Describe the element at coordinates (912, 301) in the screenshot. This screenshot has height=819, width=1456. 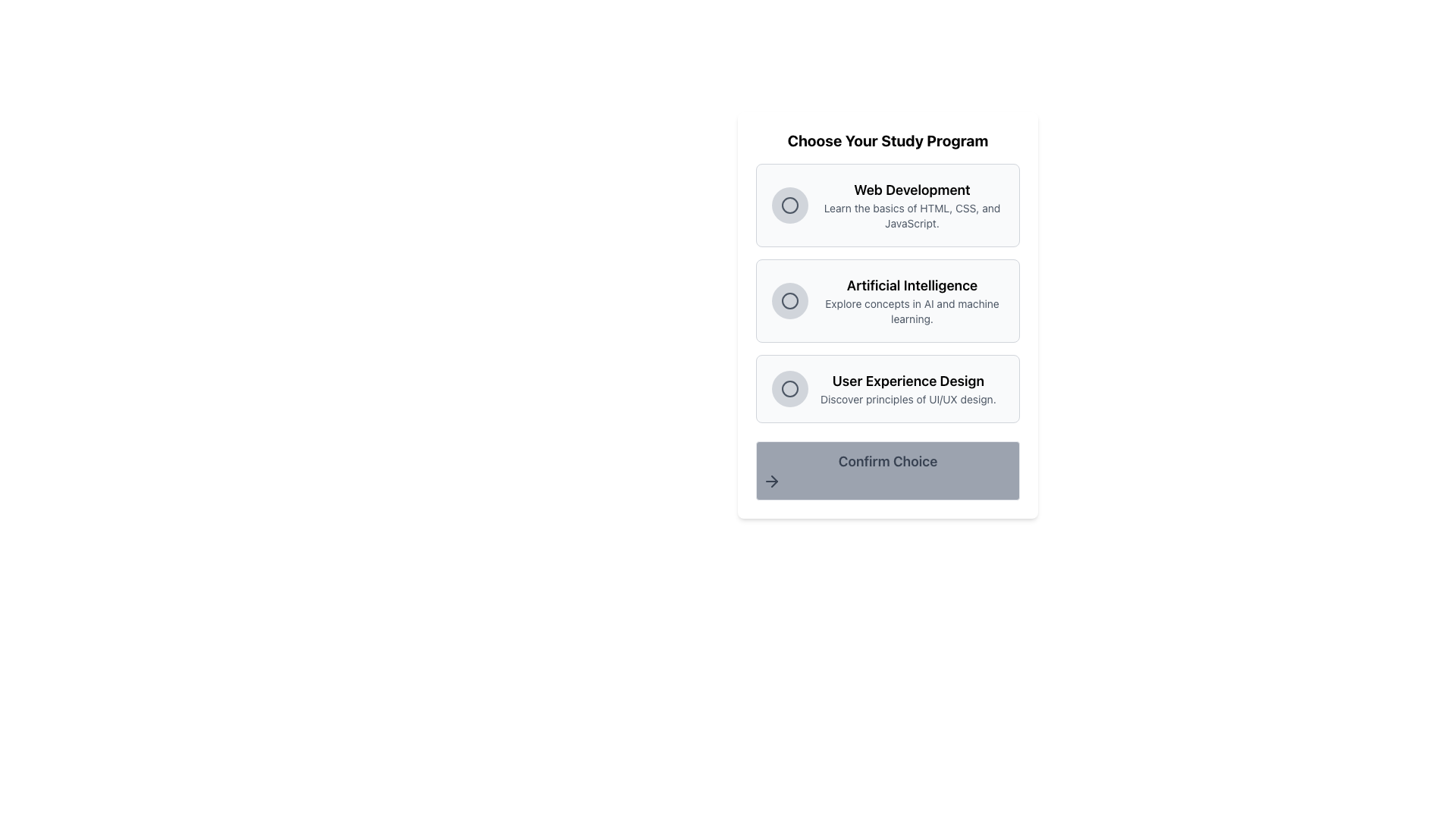
I see `the second text block in the card layout, which describes the study program in Artificial Intelligence` at that location.